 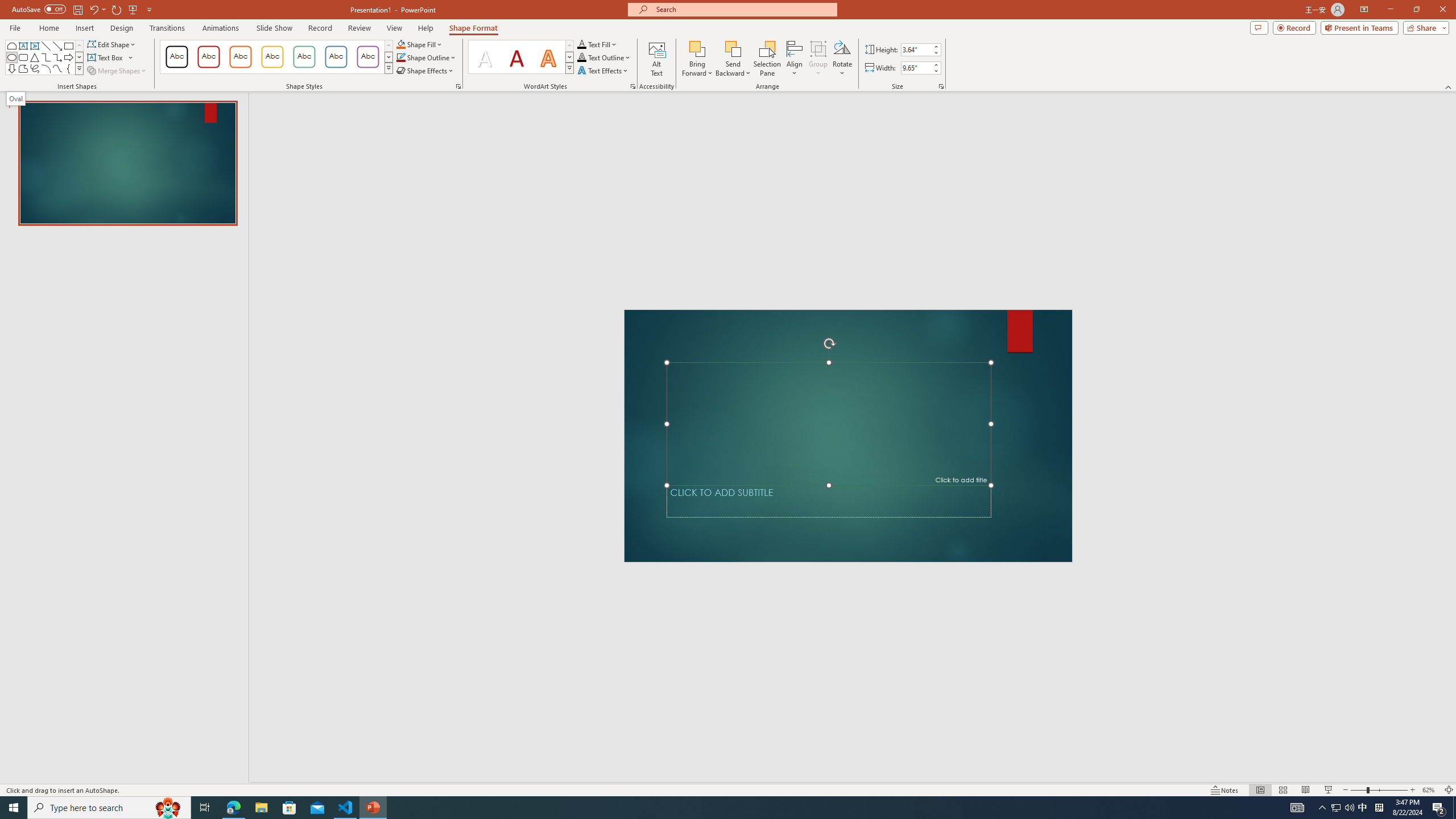 I want to click on 'Isosceles Triangle', so click(x=35, y=56).